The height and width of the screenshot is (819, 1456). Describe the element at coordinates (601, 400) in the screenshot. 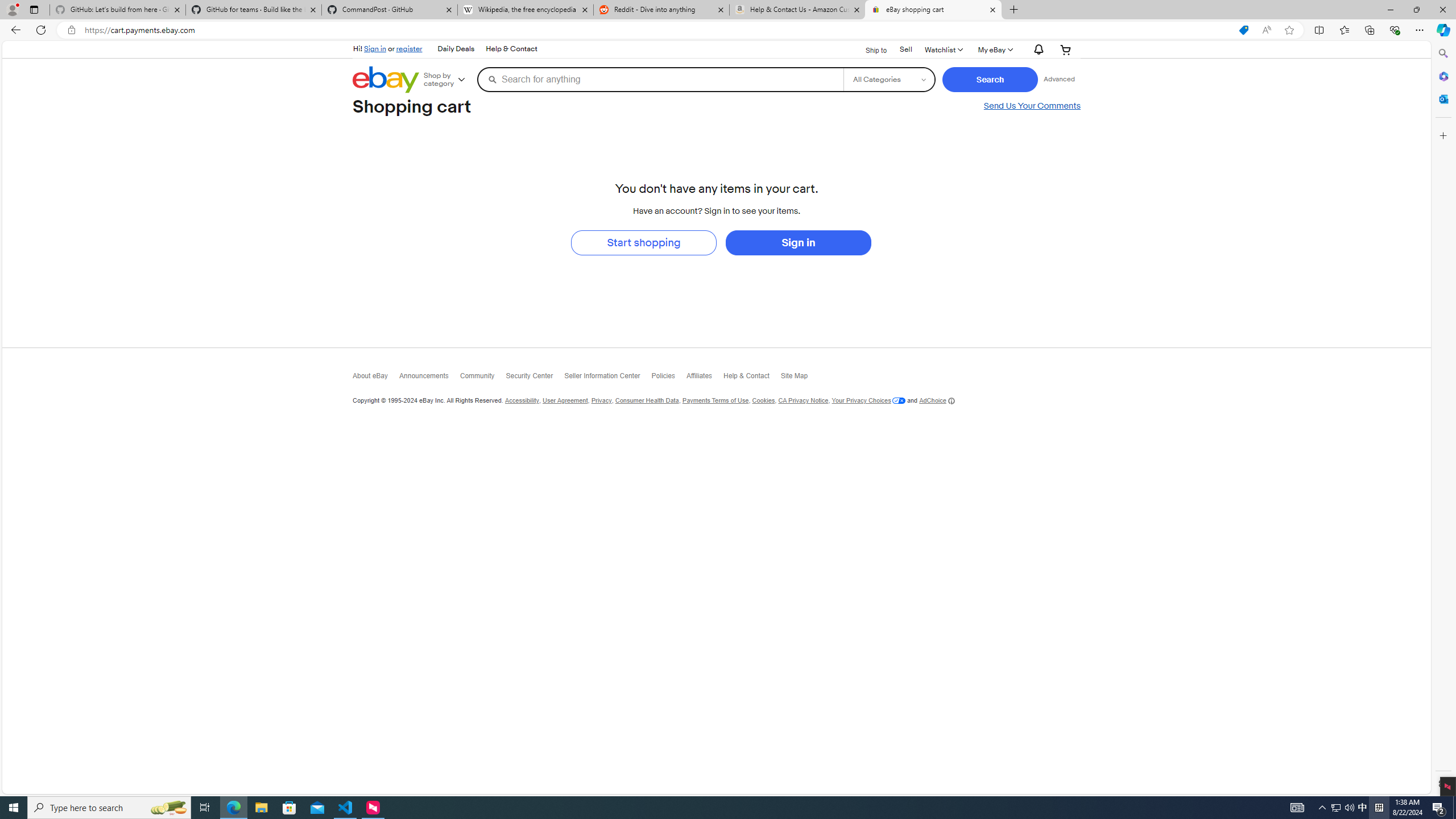

I see `'Privacy'` at that location.